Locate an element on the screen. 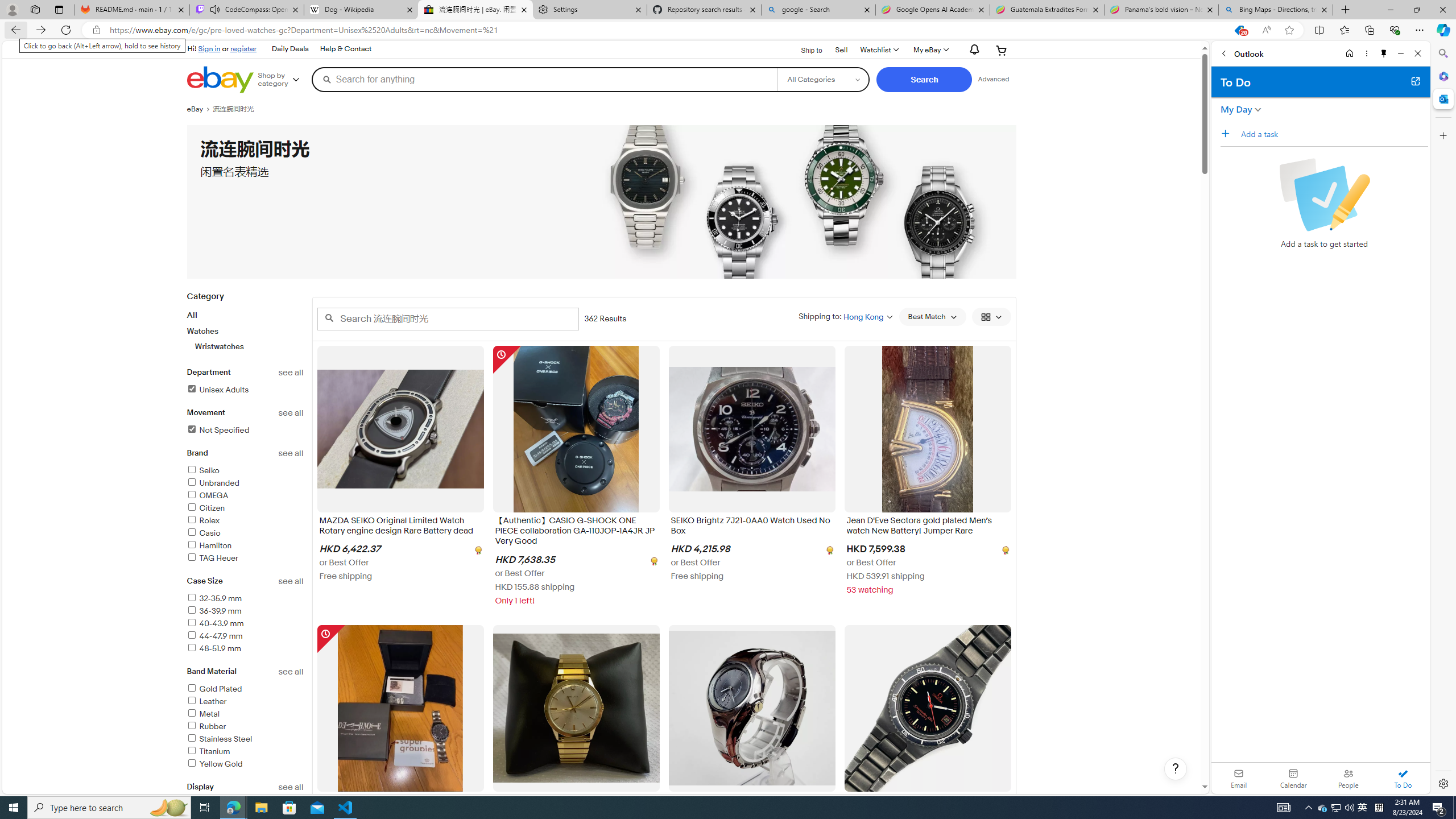 The height and width of the screenshot is (819, 1456). 'People' is located at coordinates (1347, 777).